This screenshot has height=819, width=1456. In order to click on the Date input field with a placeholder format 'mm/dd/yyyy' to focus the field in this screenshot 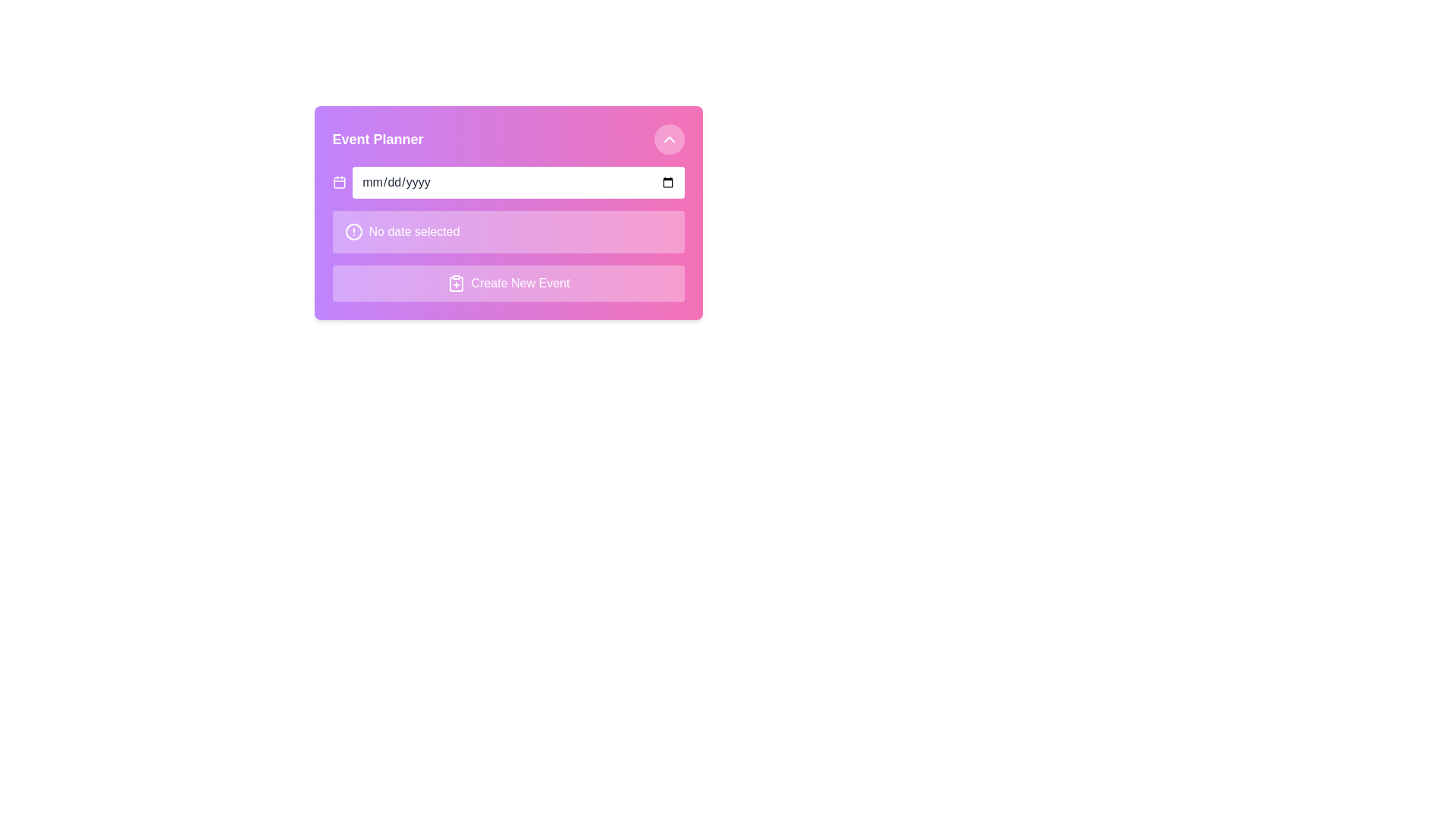, I will do `click(518, 181)`.